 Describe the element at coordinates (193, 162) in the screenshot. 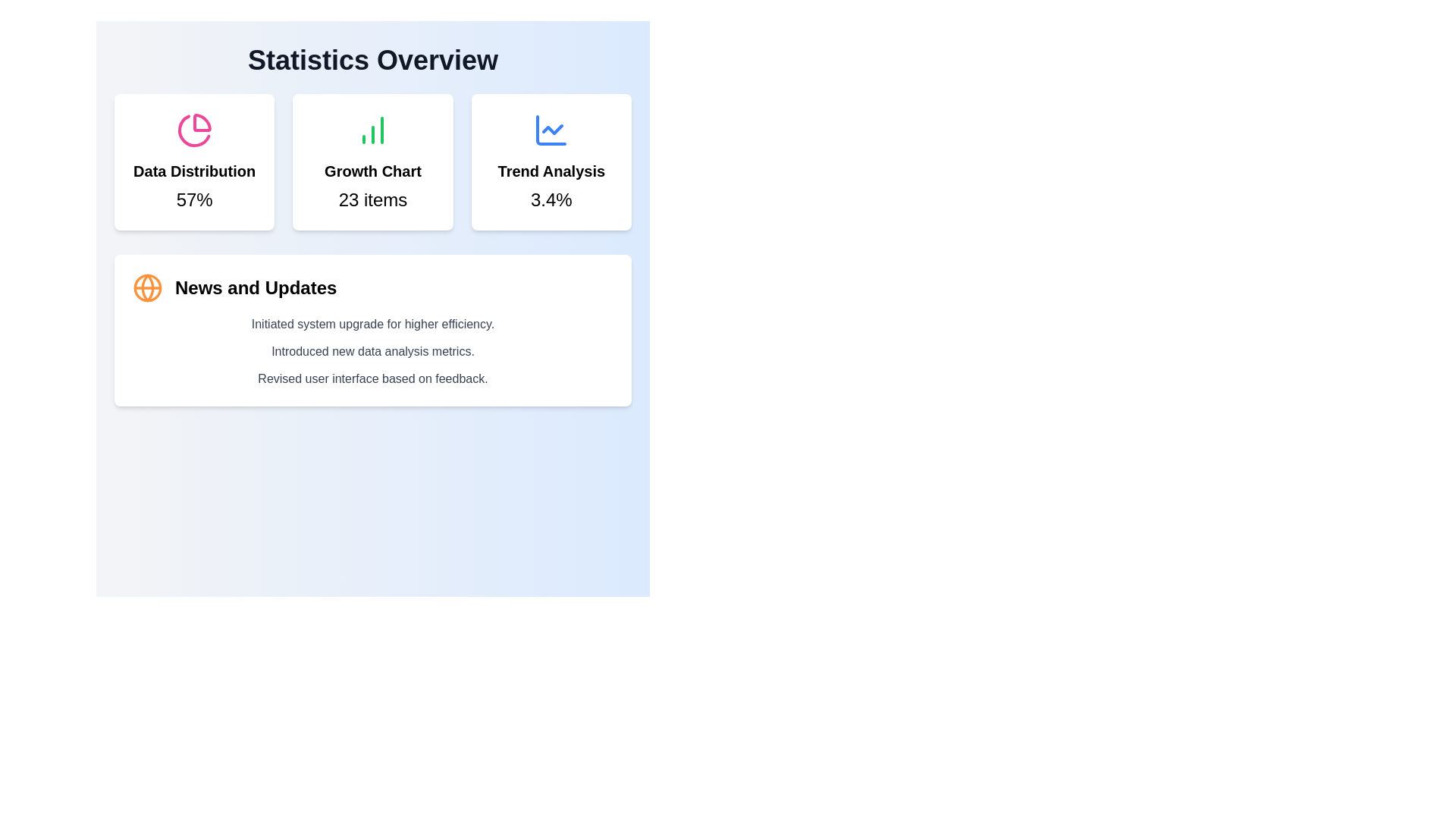

I see `the Informative Card displaying the 'Data Distribution' title and '57%' percentage, which is the leftmost card in the row below the 'Statistics Overview' heading` at that location.